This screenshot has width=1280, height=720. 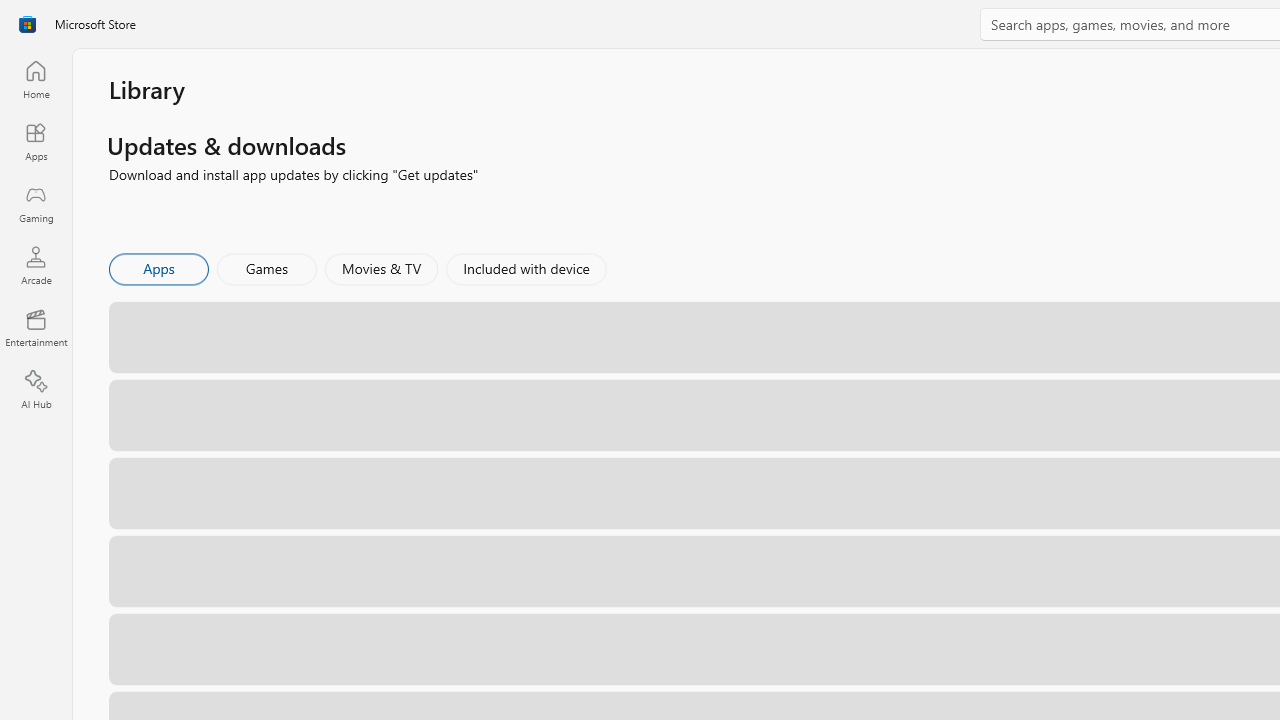 I want to click on 'Home', so click(x=35, y=78).